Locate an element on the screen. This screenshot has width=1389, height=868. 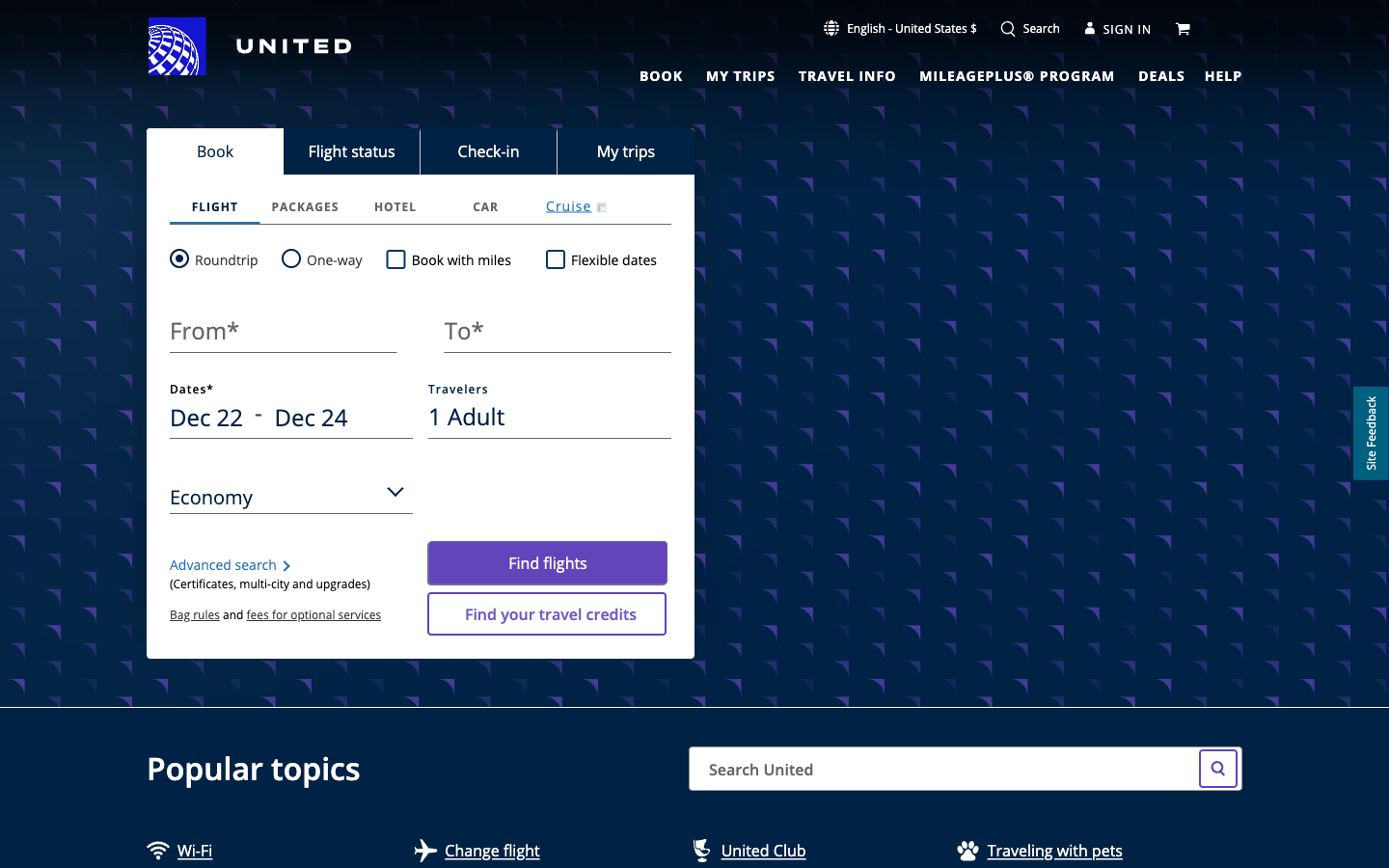
Move towards United Club"s Website is located at coordinates (807, 854).